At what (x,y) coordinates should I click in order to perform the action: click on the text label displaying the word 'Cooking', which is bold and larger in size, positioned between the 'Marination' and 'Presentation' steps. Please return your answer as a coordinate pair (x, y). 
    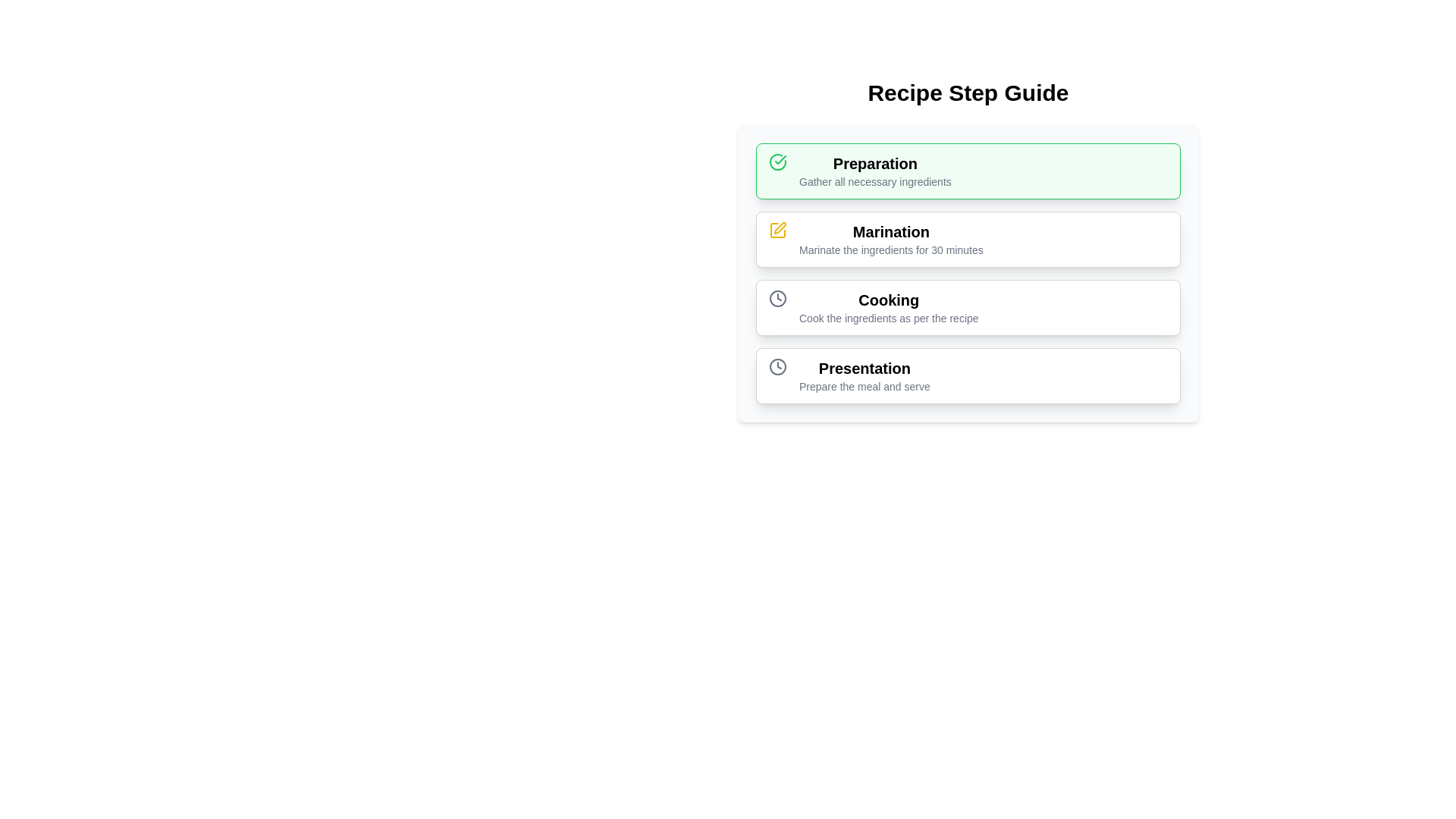
    Looking at the image, I should click on (889, 300).